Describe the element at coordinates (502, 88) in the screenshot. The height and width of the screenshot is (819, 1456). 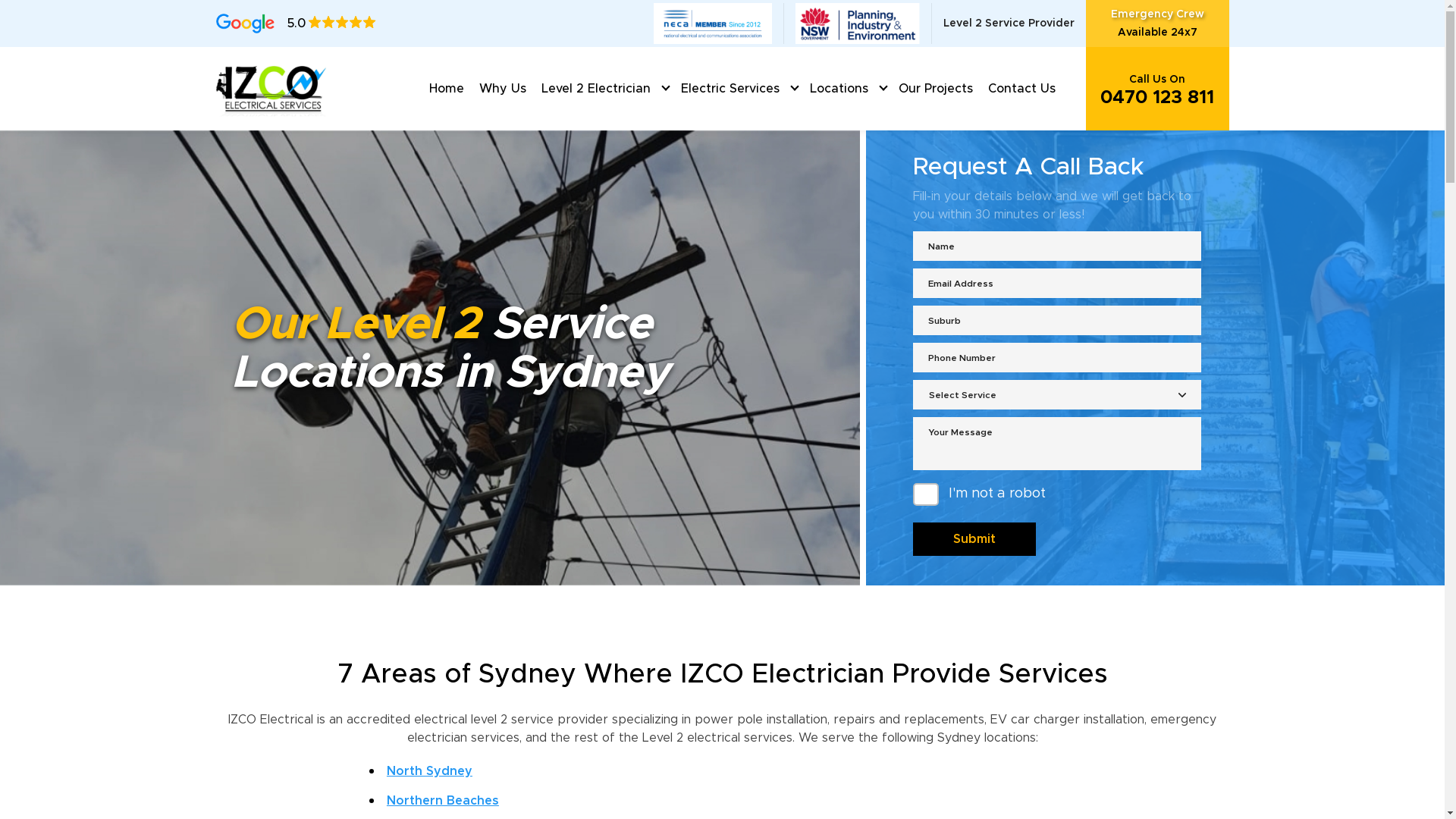
I see `'Why Us'` at that location.